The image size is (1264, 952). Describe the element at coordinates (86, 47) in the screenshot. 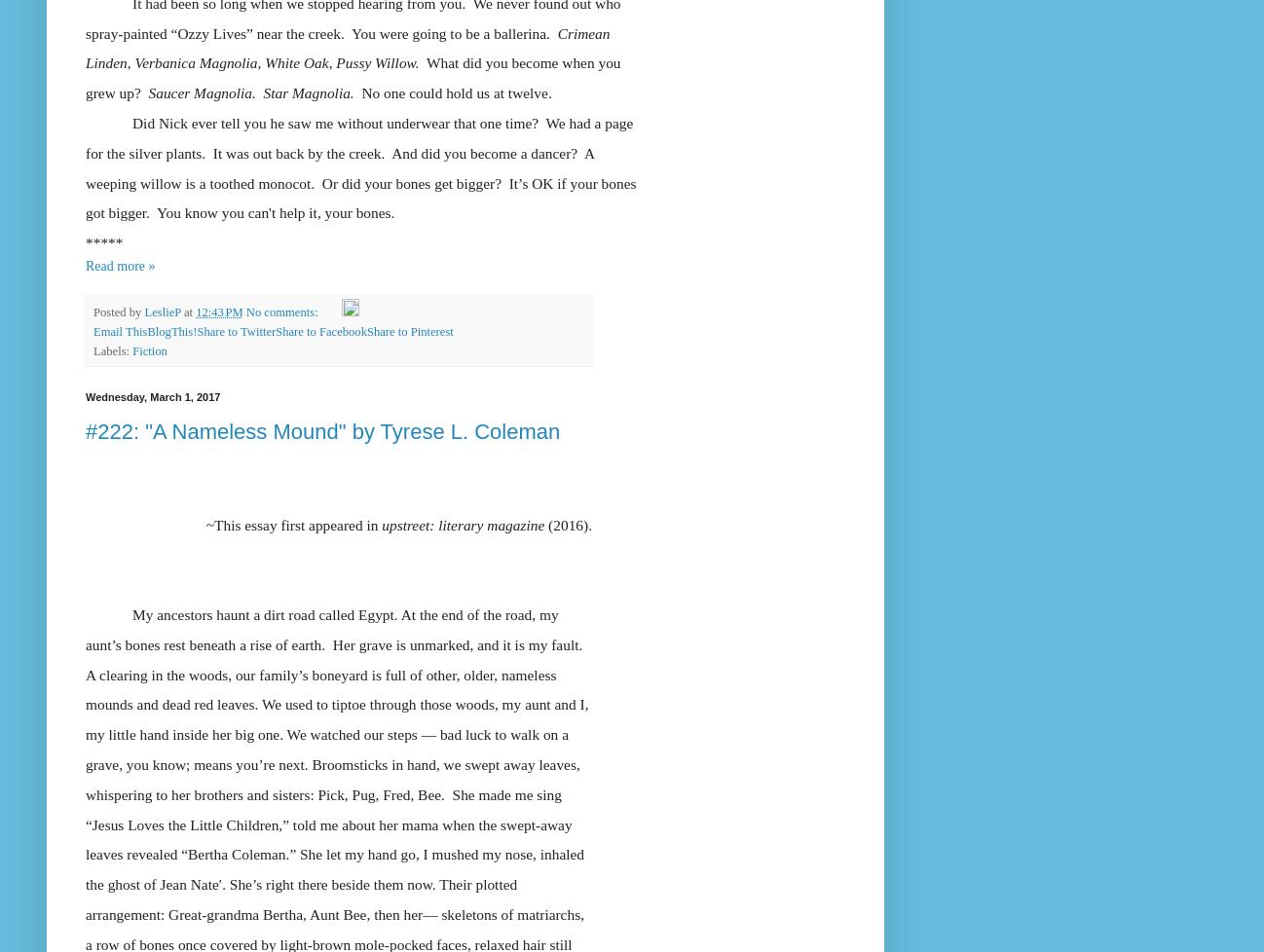

I see `'Crimean Linden, Verbanica Magnolia, White Oak, Pussy Willow.'` at that location.